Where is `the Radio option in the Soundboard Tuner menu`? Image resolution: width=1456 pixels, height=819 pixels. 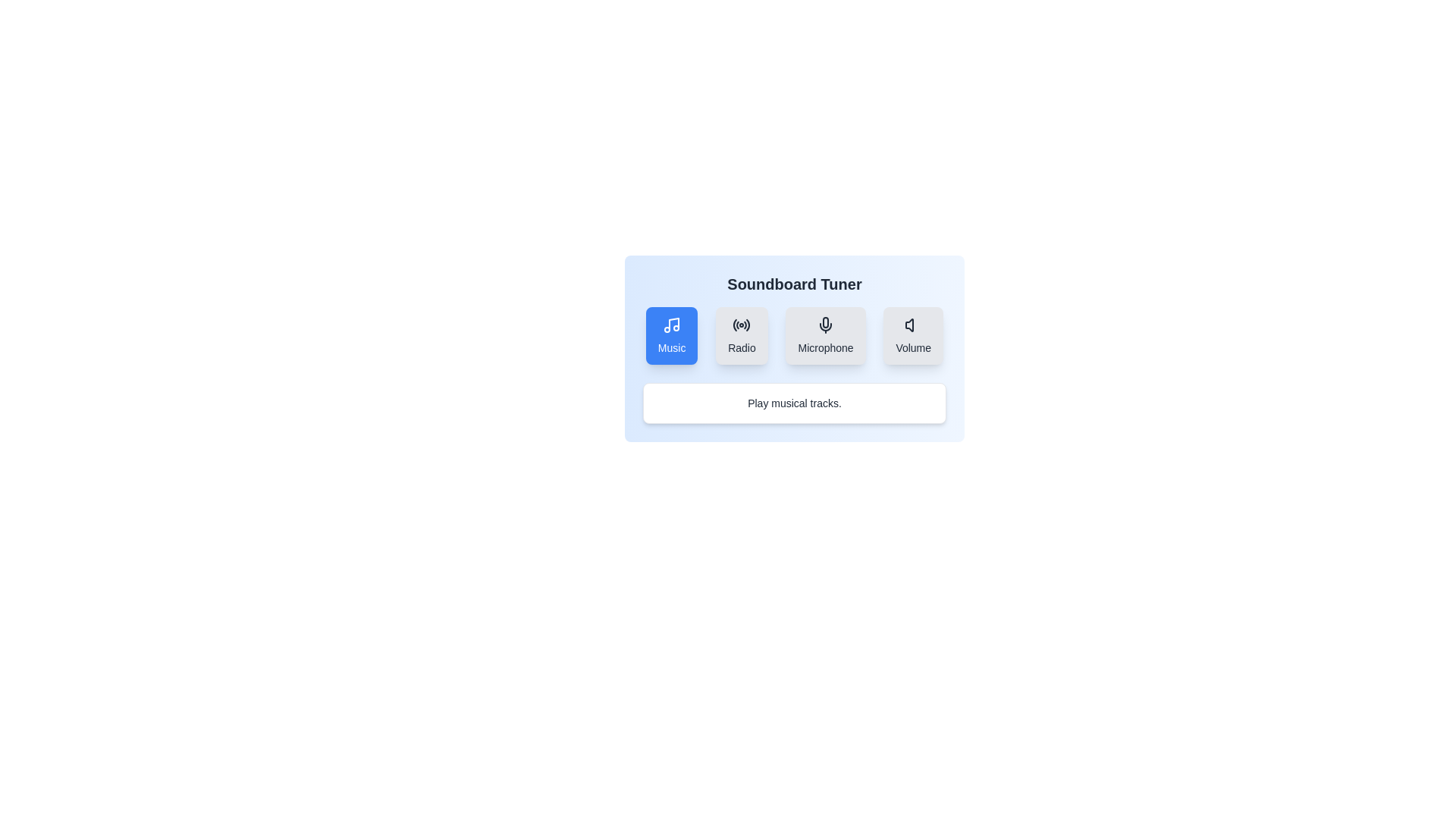
the Radio option in the Soundboard Tuner menu is located at coordinates (742, 335).